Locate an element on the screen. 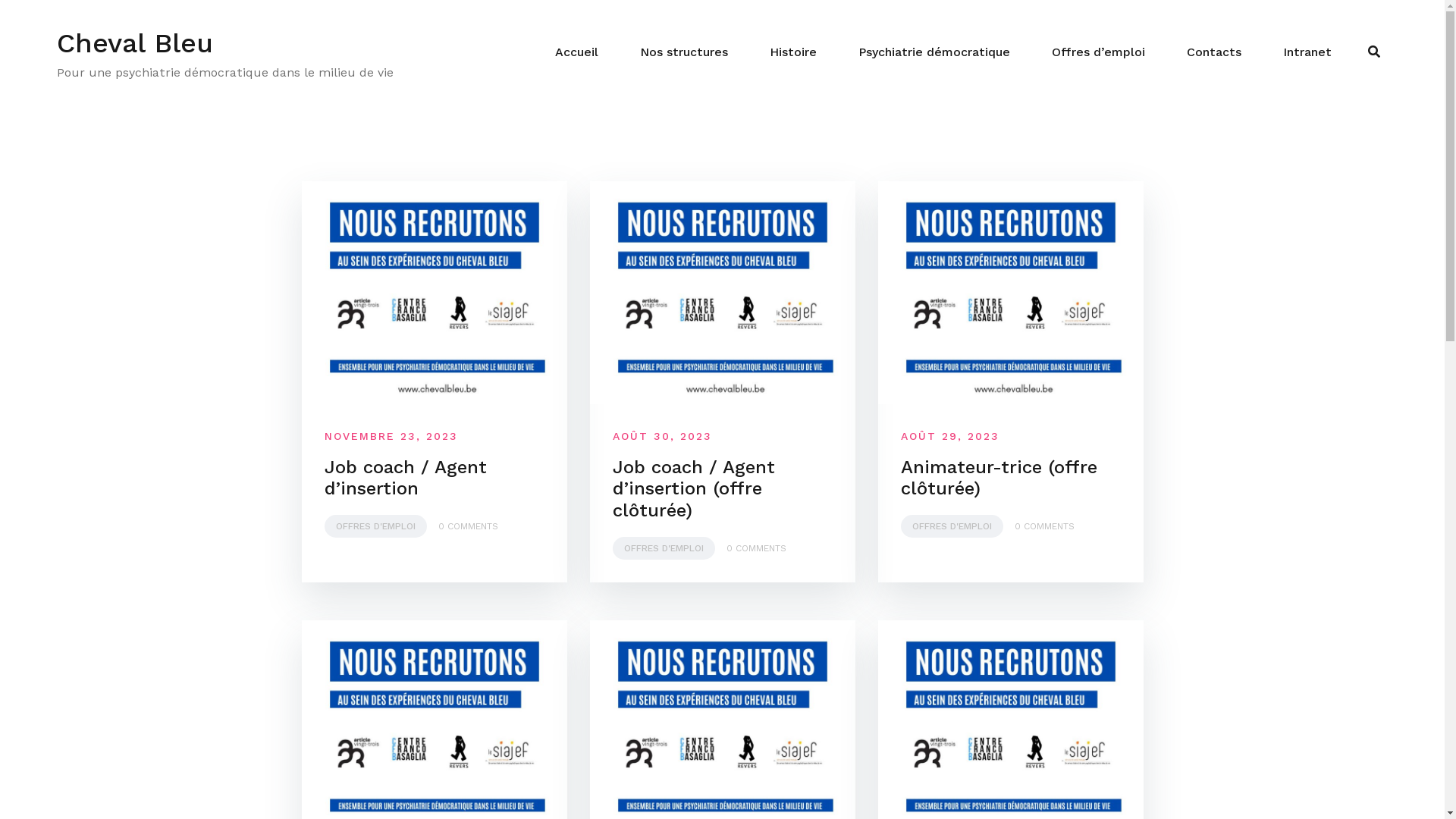 The width and height of the screenshot is (1456, 819). 'Histoire' is located at coordinates (769, 52).